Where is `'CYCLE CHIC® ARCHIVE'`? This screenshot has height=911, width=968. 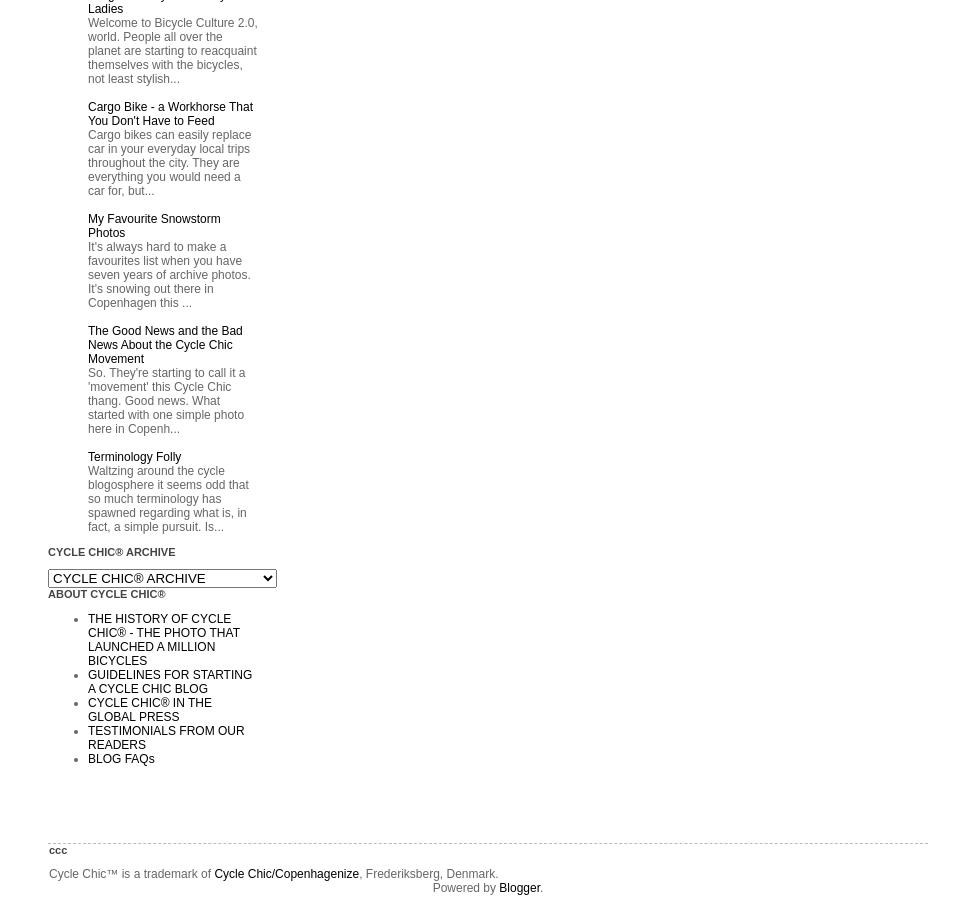 'CYCLE CHIC® ARCHIVE' is located at coordinates (111, 550).